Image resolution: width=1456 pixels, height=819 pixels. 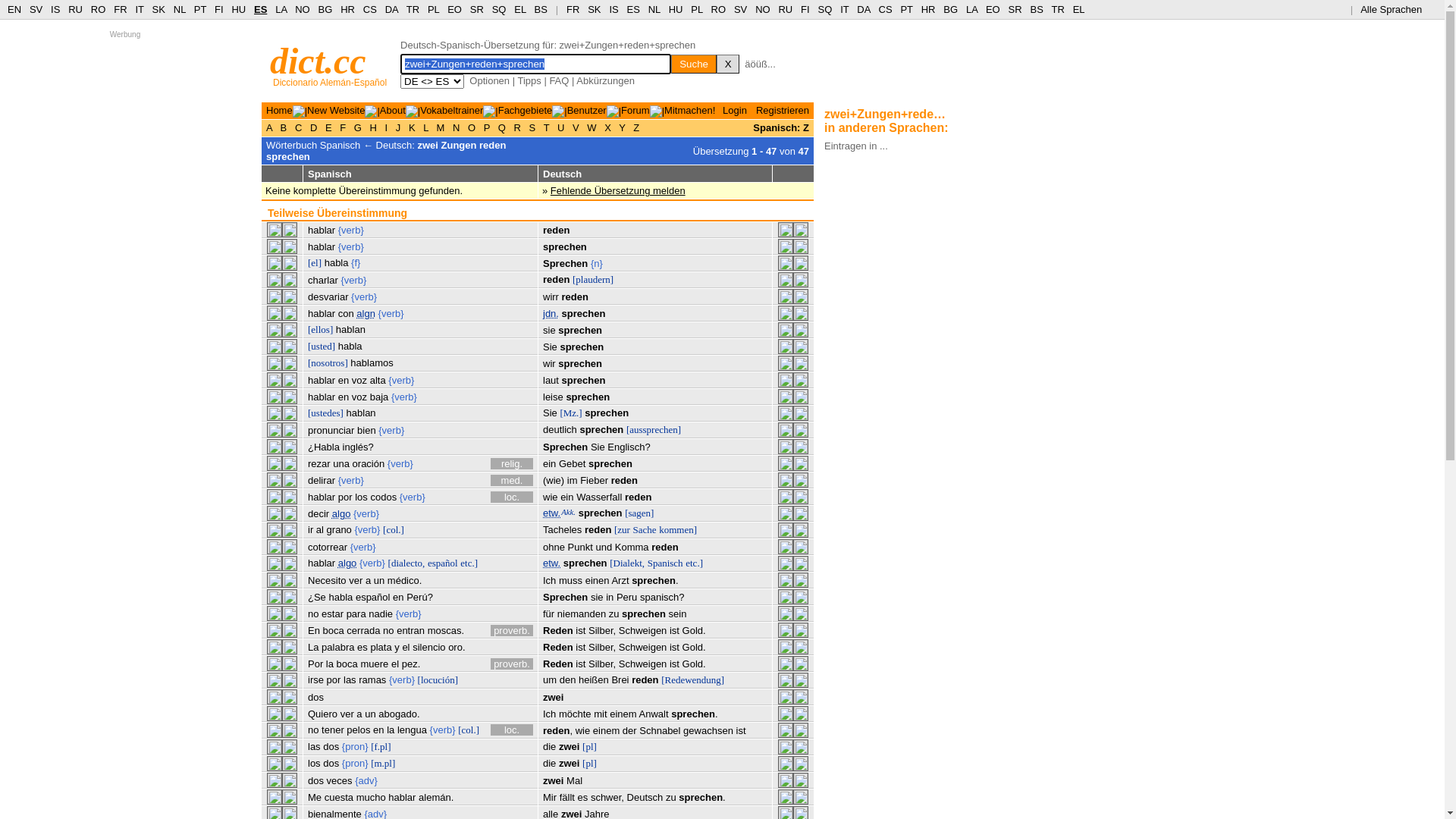 What do you see at coordinates (309, 529) in the screenshot?
I see `'ir'` at bounding box center [309, 529].